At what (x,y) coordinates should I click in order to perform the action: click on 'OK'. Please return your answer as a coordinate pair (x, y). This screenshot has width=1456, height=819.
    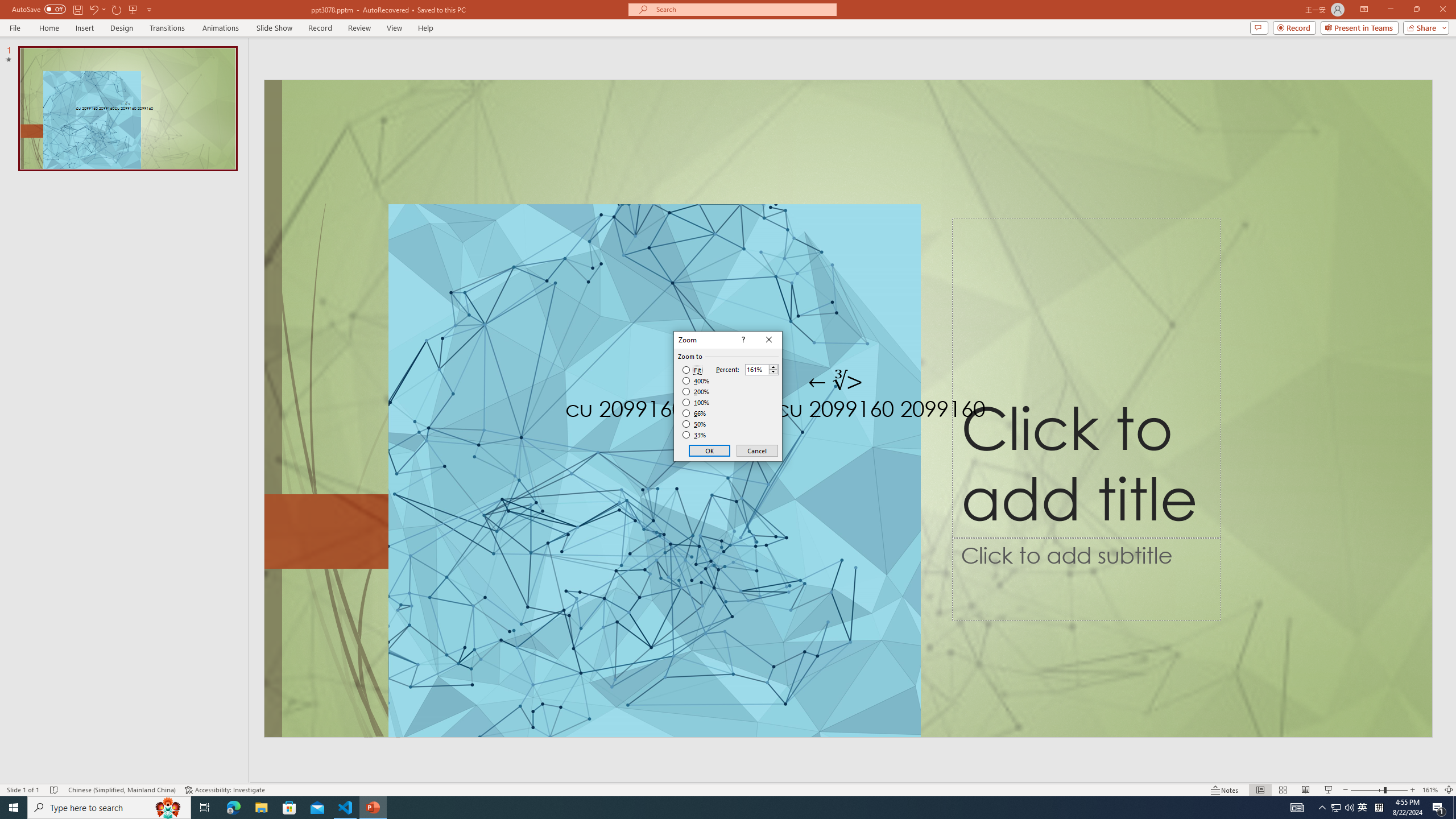
    Looking at the image, I should click on (709, 450).